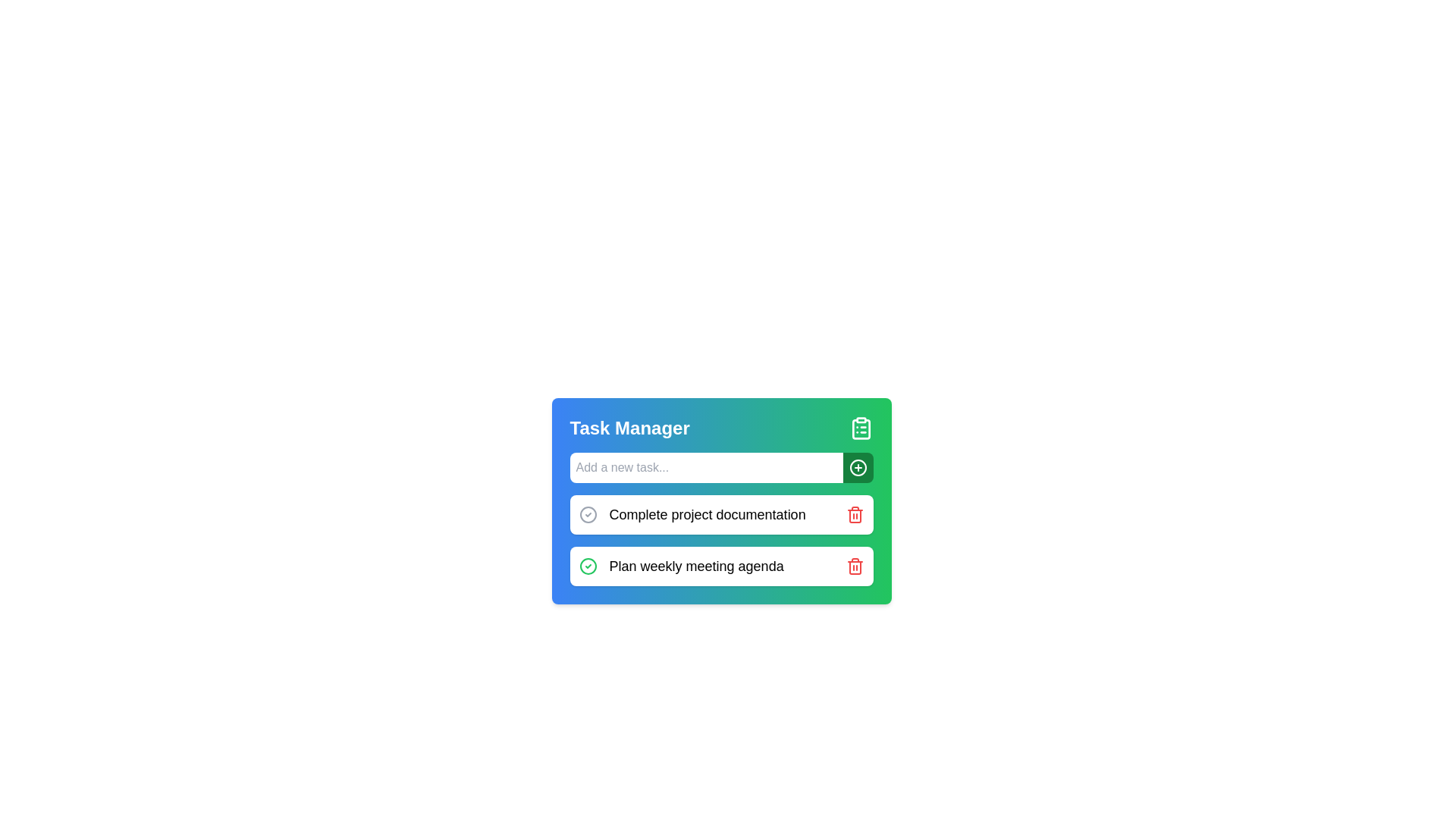  I want to click on the completion icon located, so click(587, 566).